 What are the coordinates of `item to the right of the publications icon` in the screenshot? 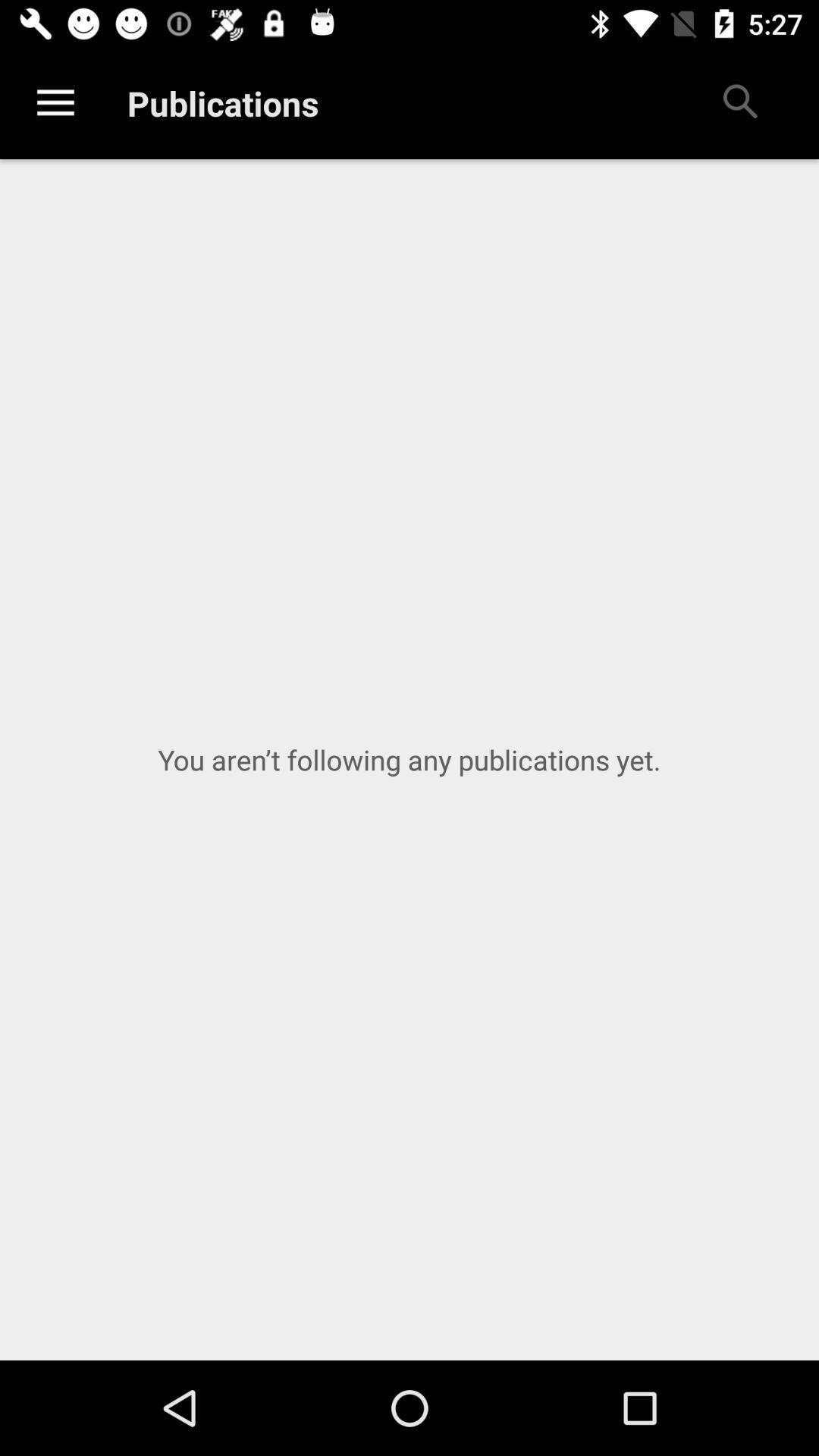 It's located at (739, 102).